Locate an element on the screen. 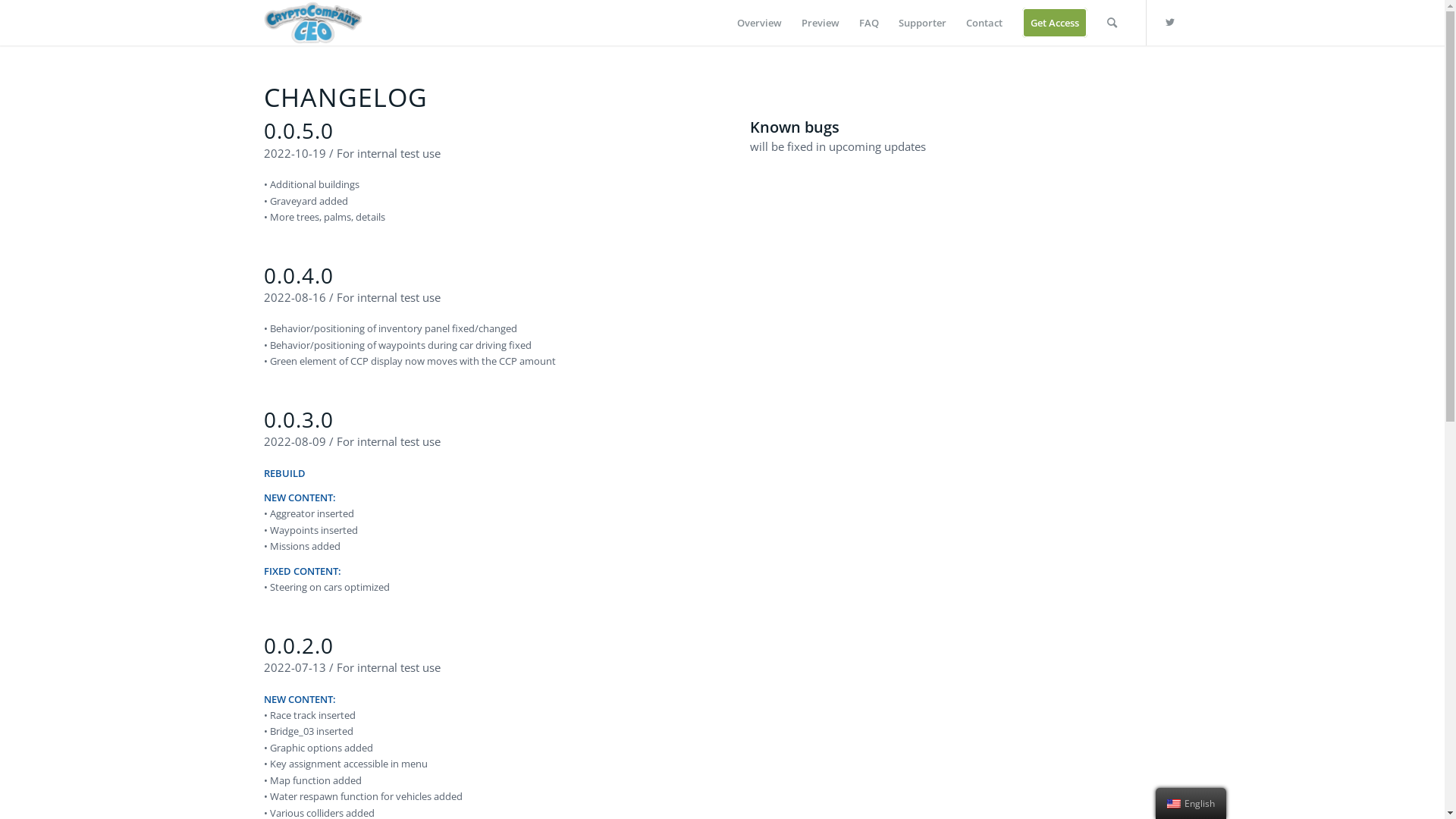  'Preview' is located at coordinates (819, 23).